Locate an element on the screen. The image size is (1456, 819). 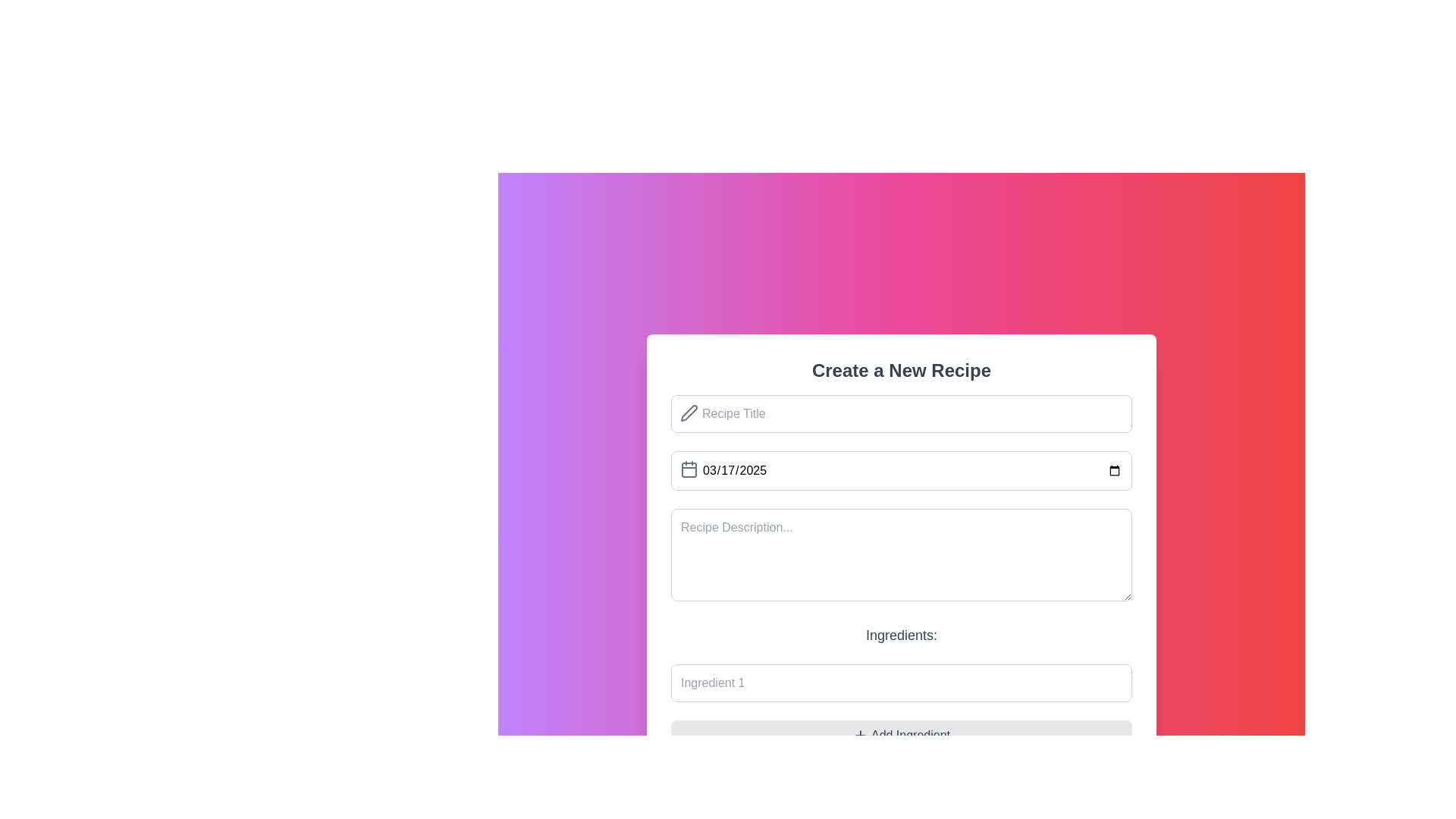
small rounded rectangle element of the calendar SVG icon located beside the date field labeled '03/17/2025' using debugging tools is located at coordinates (688, 469).